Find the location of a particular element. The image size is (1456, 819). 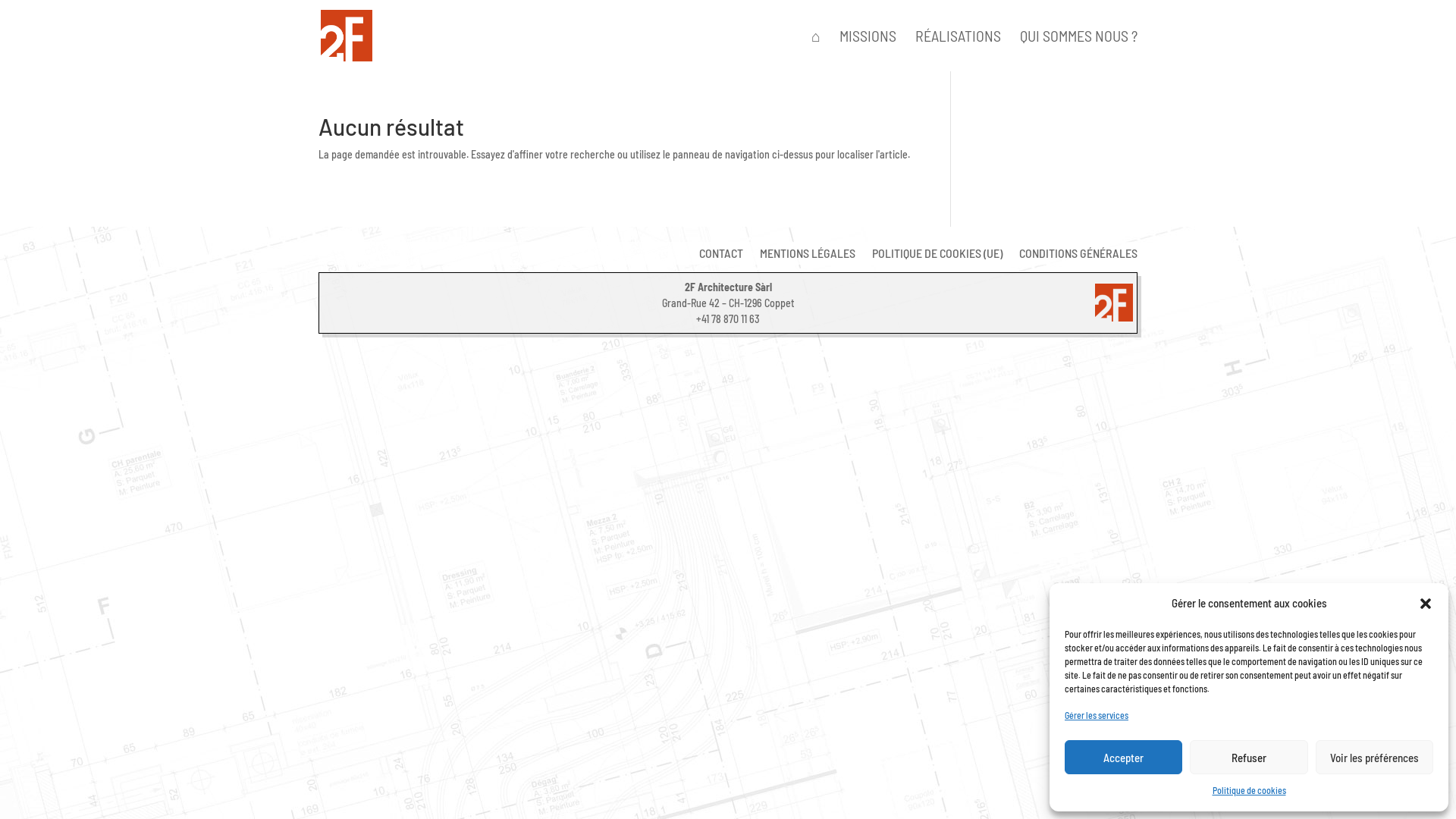

'Politique de cookies' is located at coordinates (1248, 789).